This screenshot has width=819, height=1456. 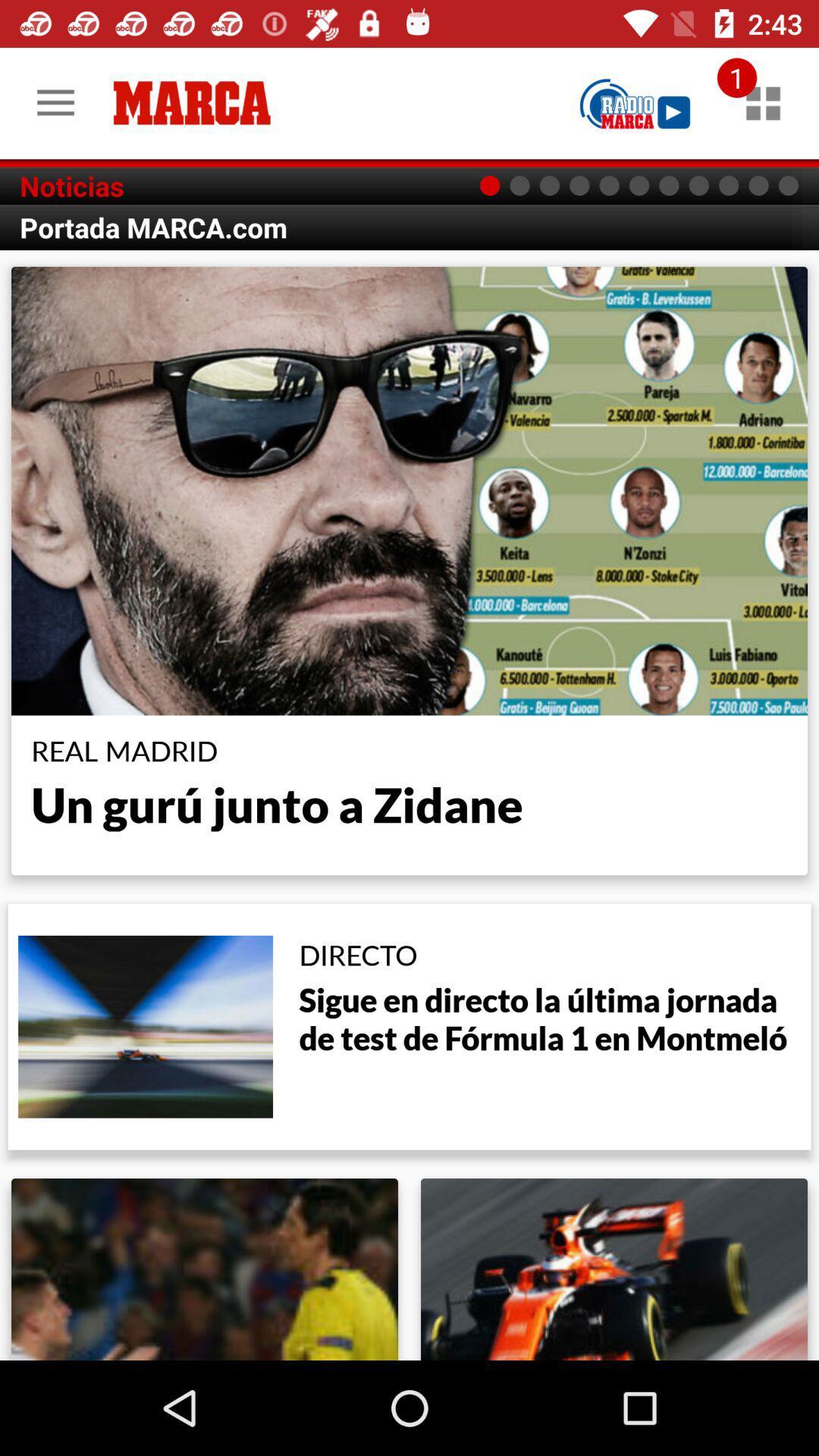 What do you see at coordinates (635, 102) in the screenshot?
I see `item next to noticias item` at bounding box center [635, 102].